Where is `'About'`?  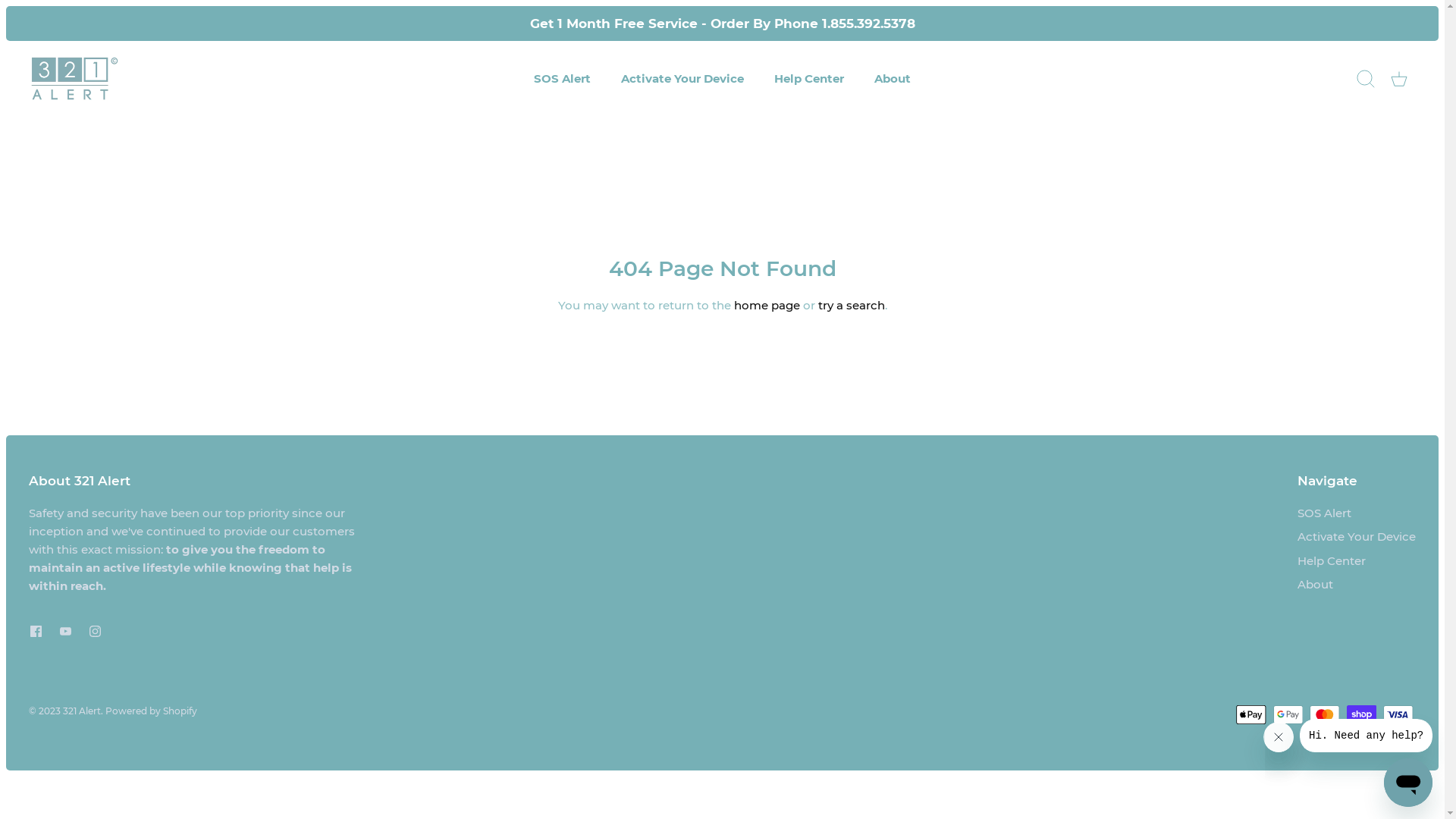
'About' is located at coordinates (1314, 583).